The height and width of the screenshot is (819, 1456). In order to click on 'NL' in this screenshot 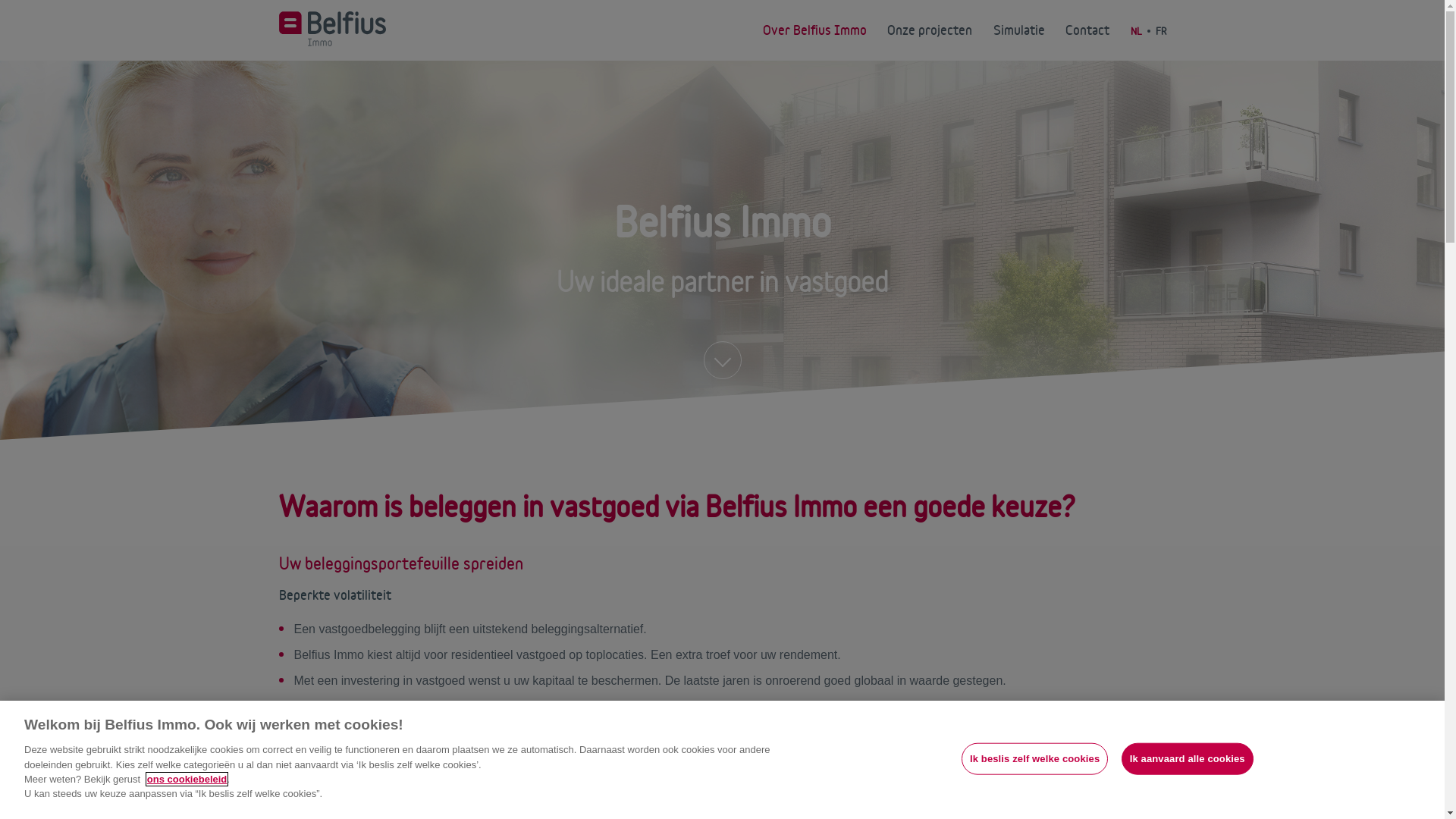, I will do `click(1129, 31)`.